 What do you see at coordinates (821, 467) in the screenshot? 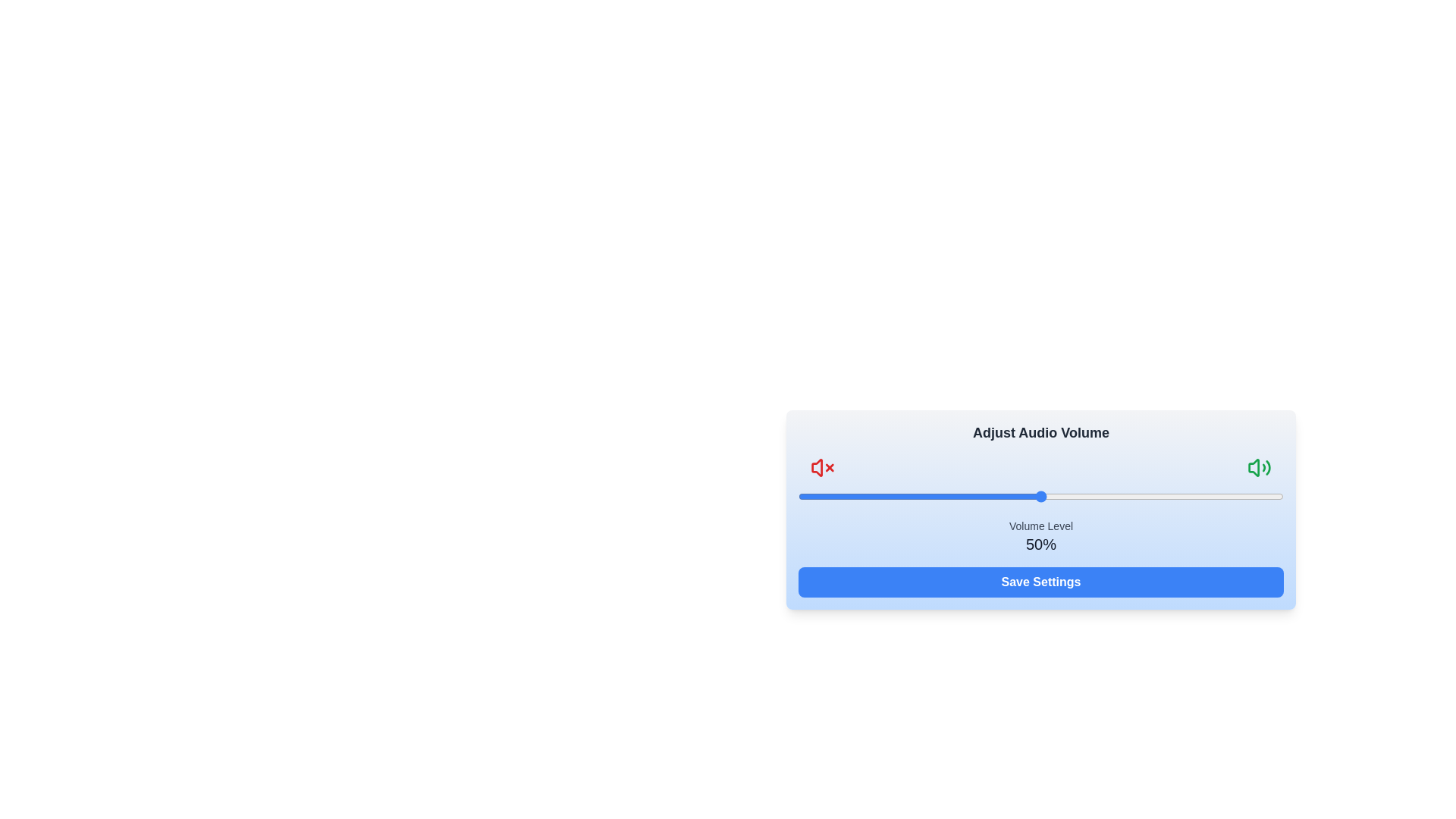
I see `the mute icon to toggle its state` at bounding box center [821, 467].